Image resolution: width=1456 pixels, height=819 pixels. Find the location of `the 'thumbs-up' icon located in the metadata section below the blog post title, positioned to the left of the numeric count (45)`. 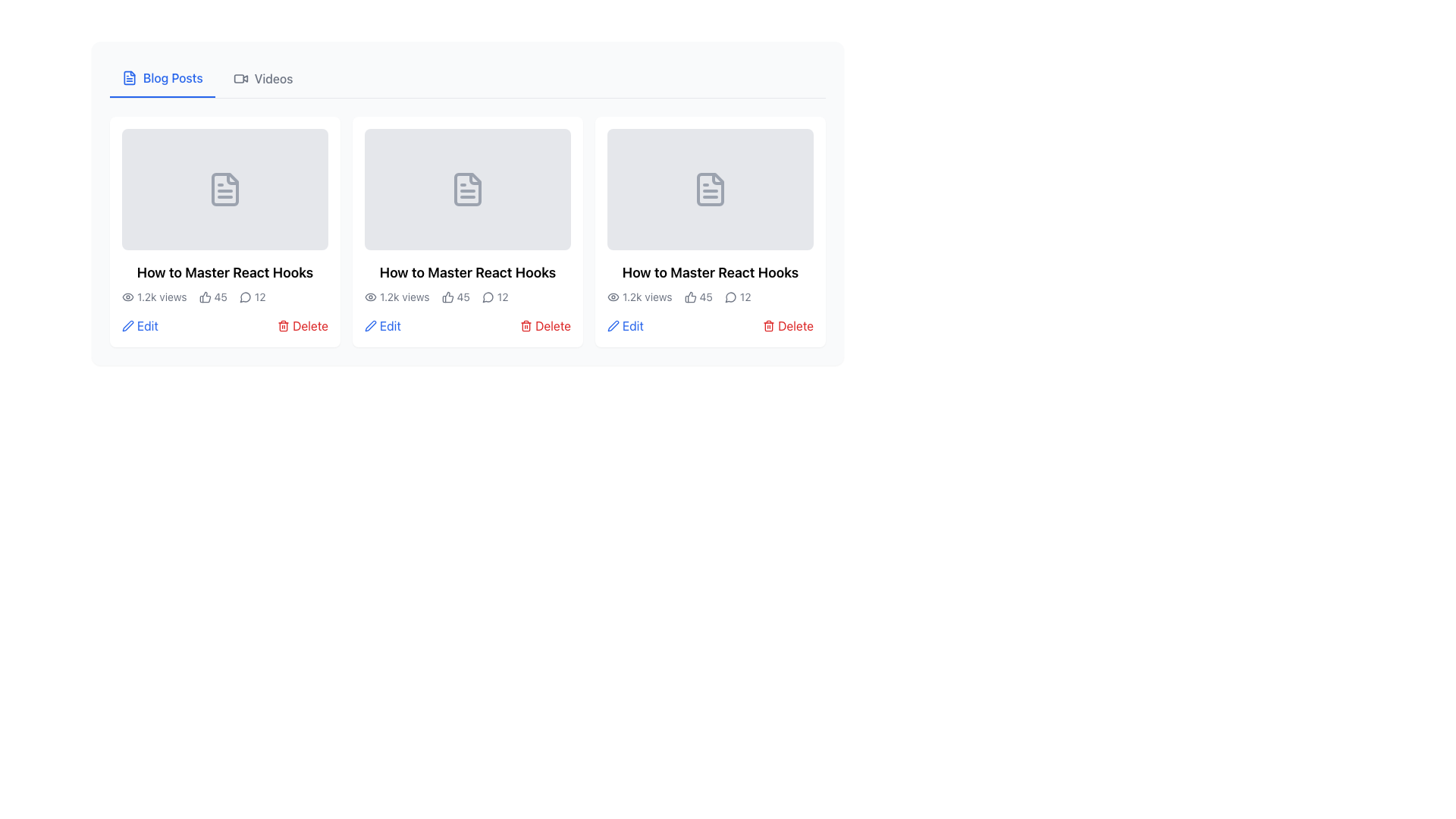

the 'thumbs-up' icon located in the metadata section below the blog post title, positioned to the left of the numeric count (45) is located at coordinates (689, 297).